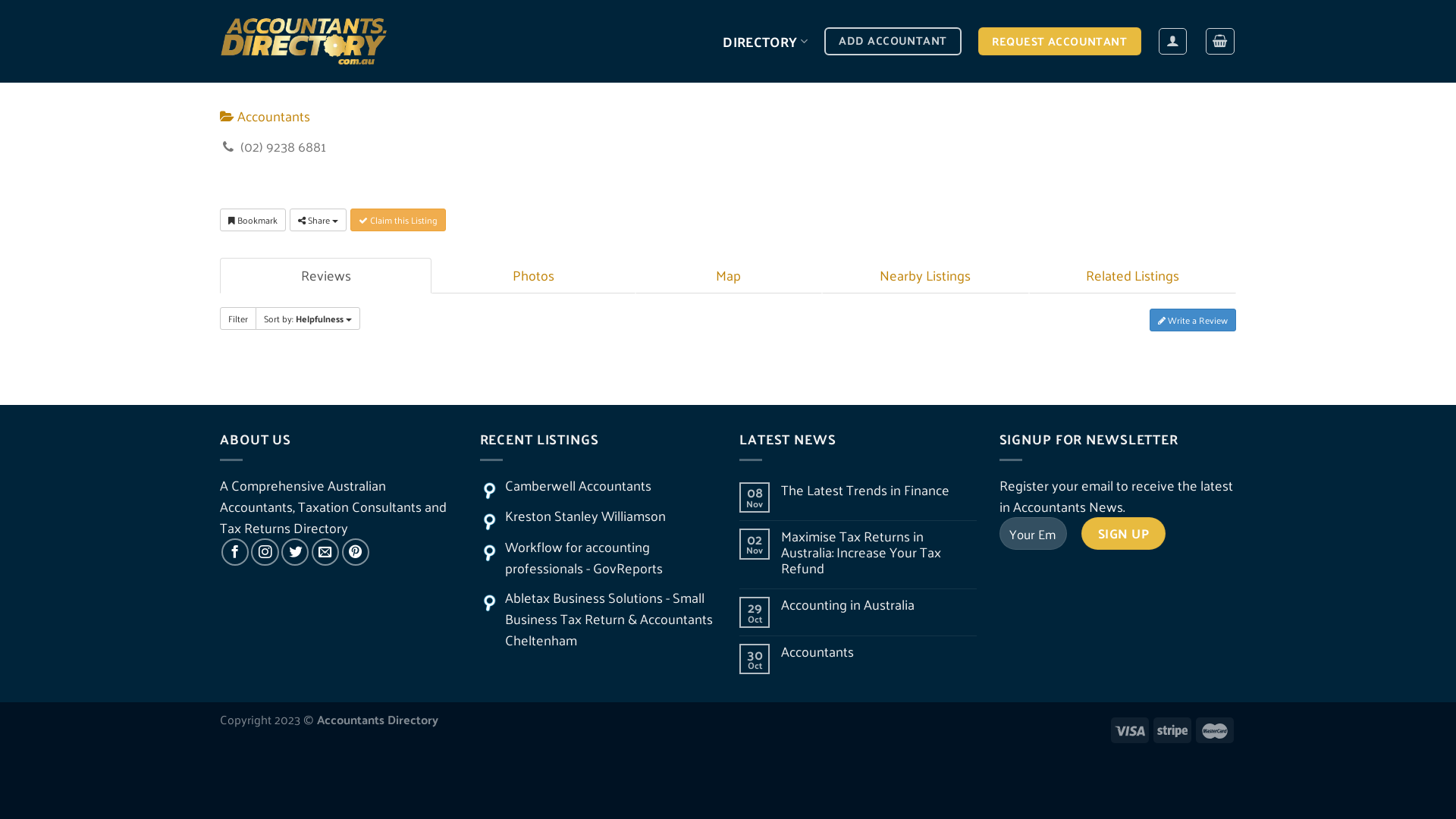 Image resolution: width=1456 pixels, height=819 pixels. Describe the element at coordinates (764, 40) in the screenshot. I see `'DIRECTORY'` at that location.